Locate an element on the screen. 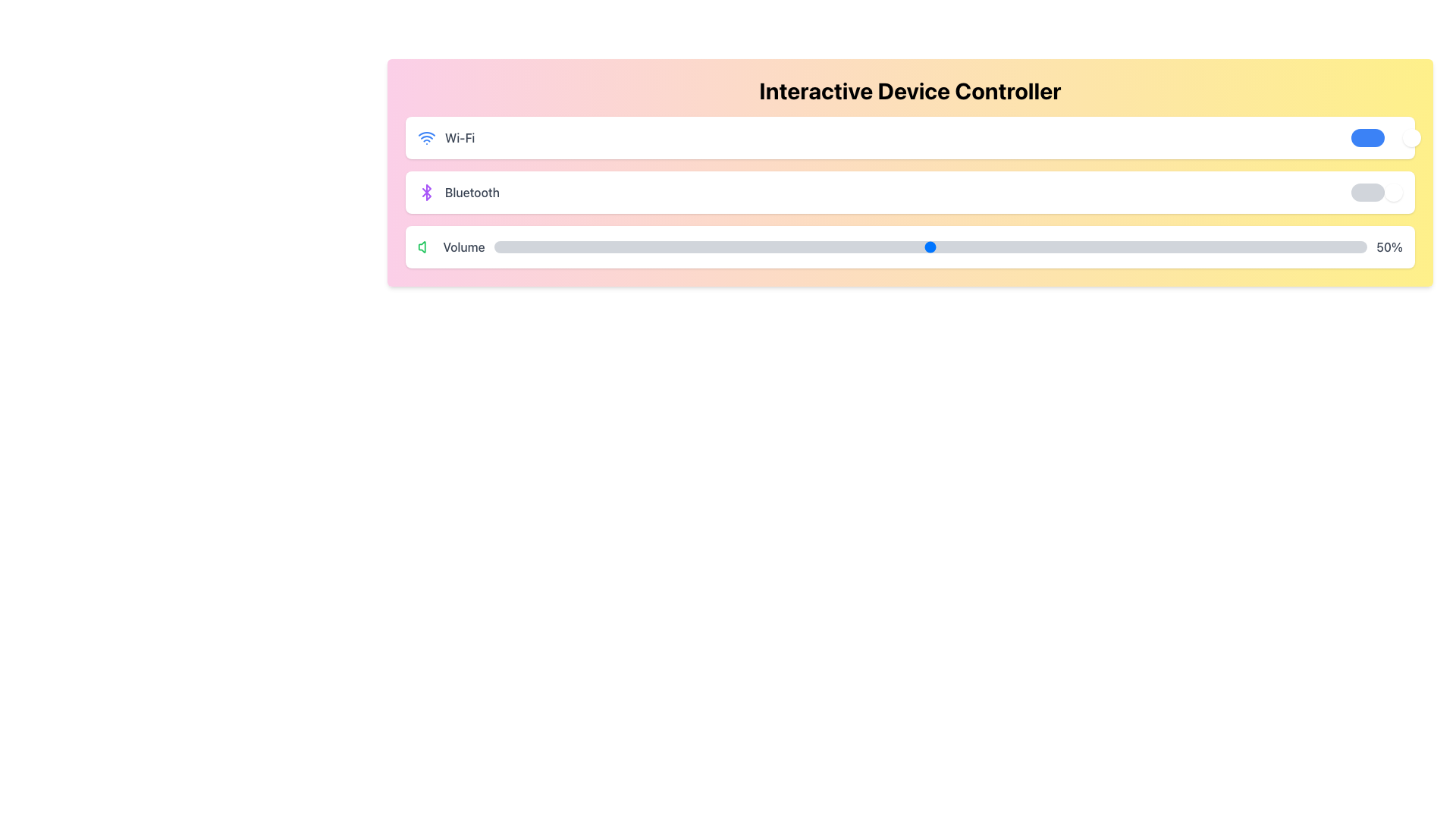 This screenshot has width=1456, height=819. the second arc of the Wi-Fi icon located in the upper left part of the card containing Wi-Fi, Bluetooth, and Volume settings is located at coordinates (425, 133).